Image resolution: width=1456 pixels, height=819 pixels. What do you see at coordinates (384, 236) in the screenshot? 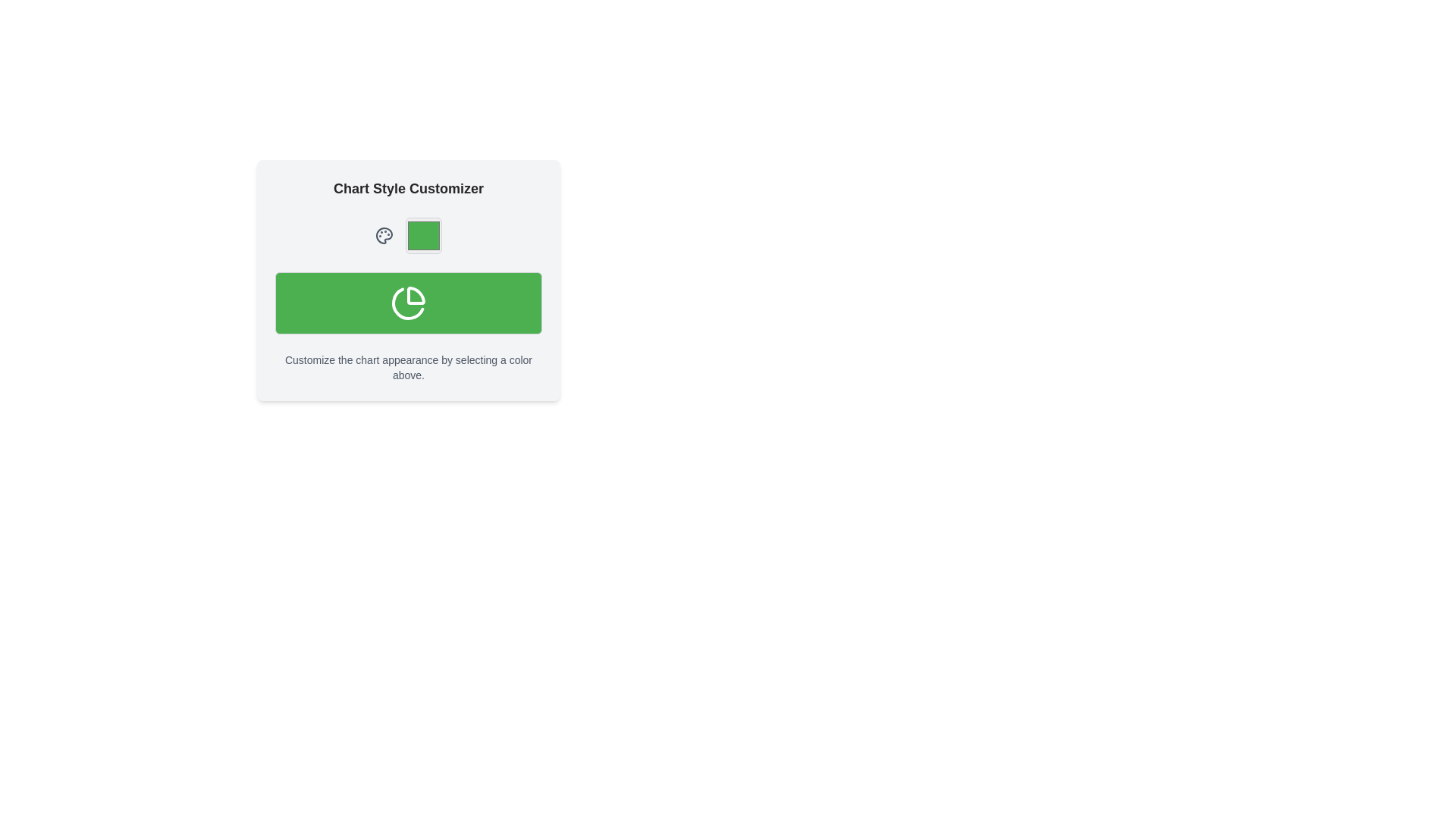
I see `the decorative or informative icon that suggests customization or color-related functionality, located to the left of the green square color picker button` at bounding box center [384, 236].